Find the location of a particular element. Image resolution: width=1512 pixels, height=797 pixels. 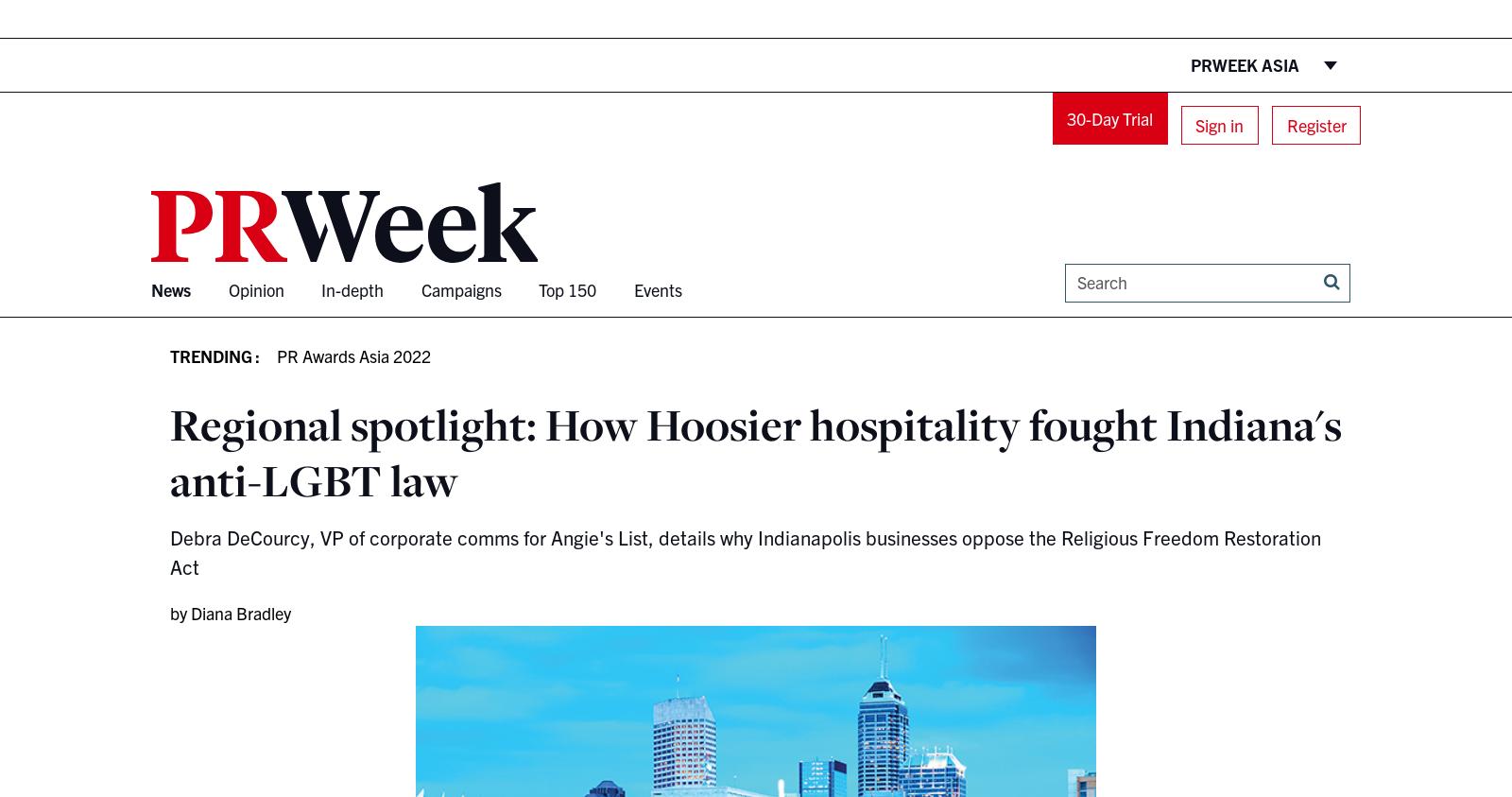

'Sign in' is located at coordinates (1218, 124).